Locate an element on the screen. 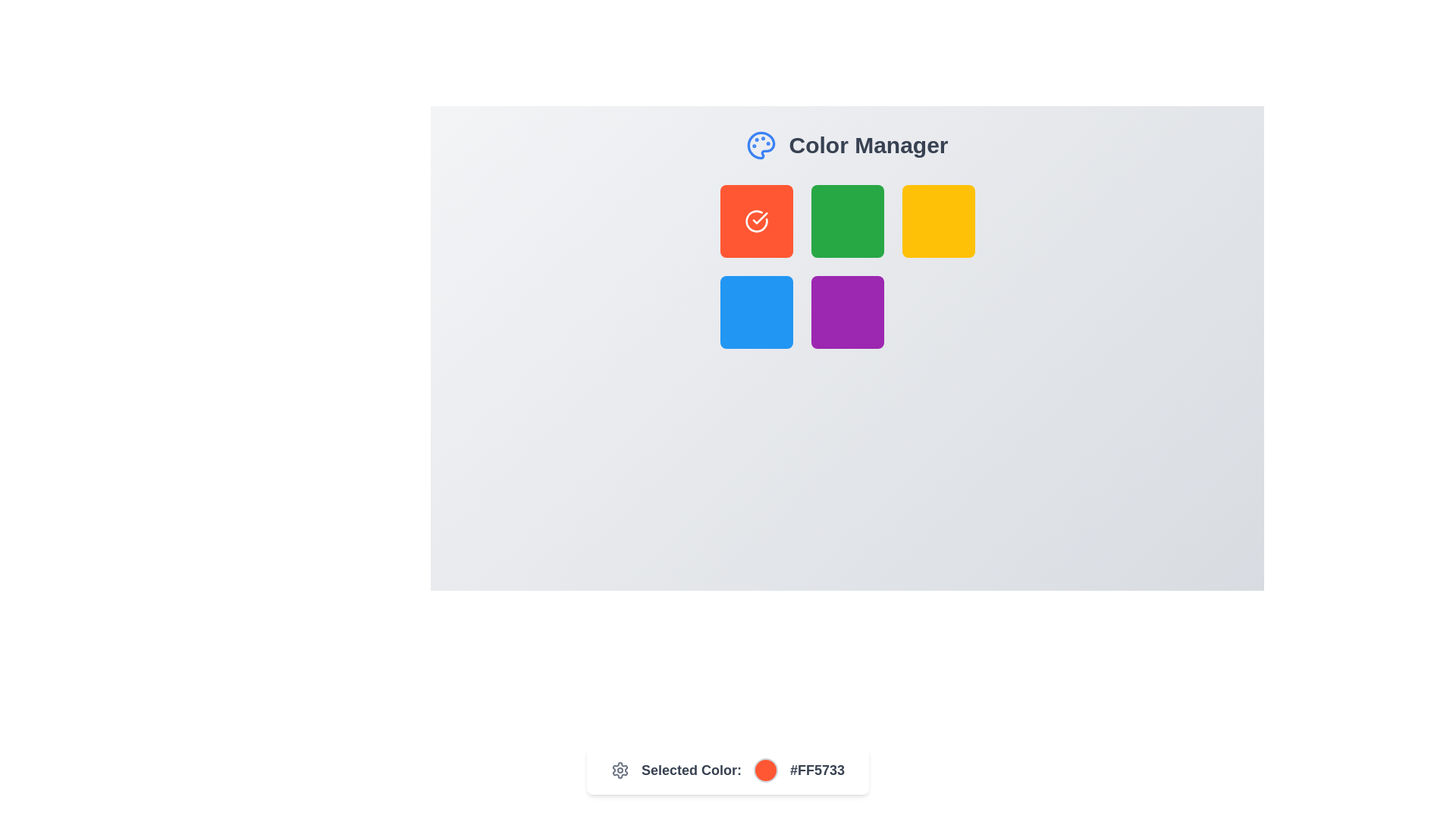 The width and height of the screenshot is (1456, 819). the gear outline of the settings icon represented as a vector graphic within the SVG element, located near the top-right corner of the interface is located at coordinates (620, 770).